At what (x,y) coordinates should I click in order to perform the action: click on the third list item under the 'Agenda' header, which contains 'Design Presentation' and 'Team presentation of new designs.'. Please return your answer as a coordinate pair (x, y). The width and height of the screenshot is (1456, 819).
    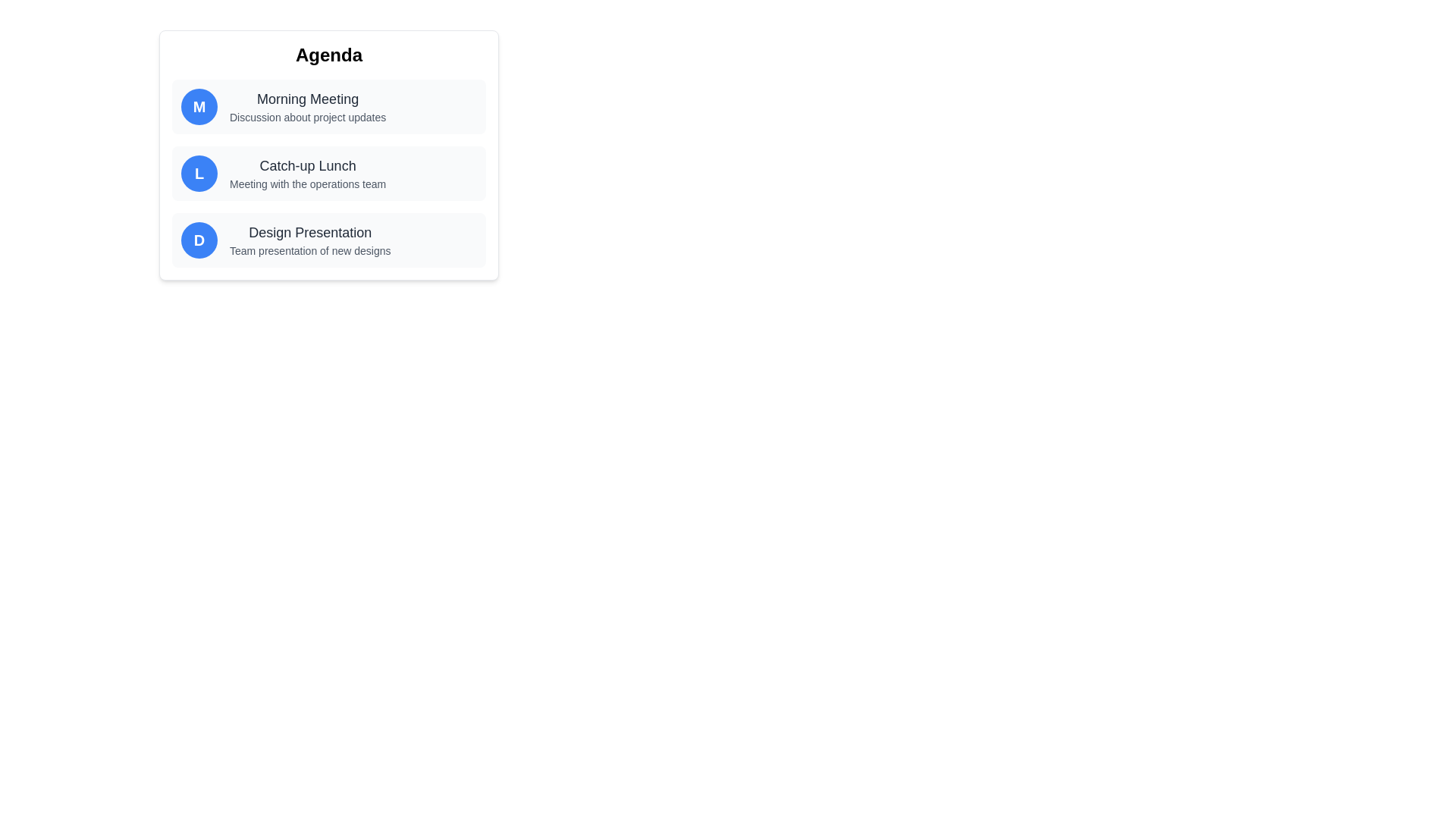
    Looking at the image, I should click on (328, 239).